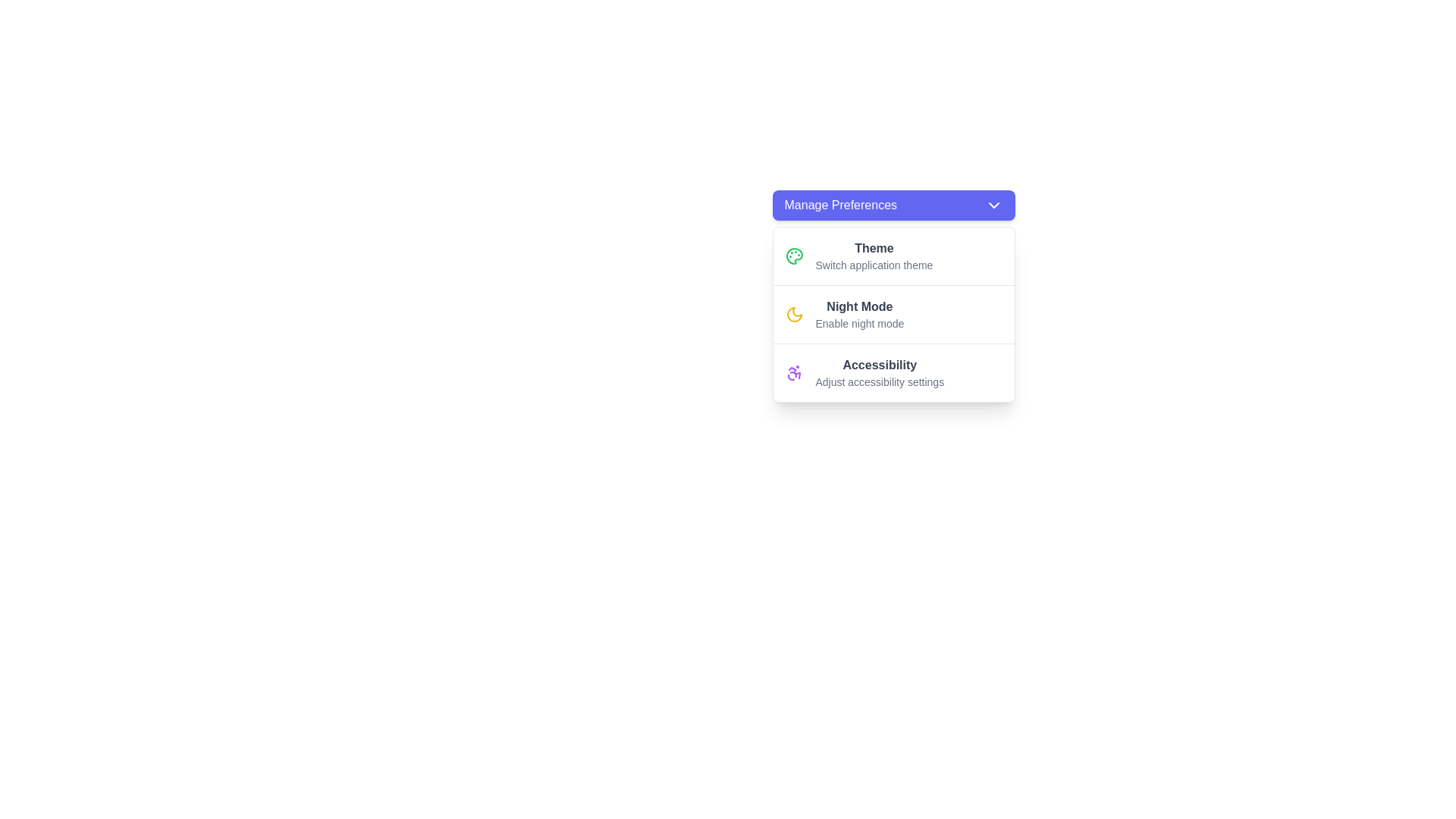 This screenshot has height=819, width=1456. I want to click on the 'Accessibility' interactive card located at the bottom of the dropdown menu under 'Manage Preferences', so click(893, 372).